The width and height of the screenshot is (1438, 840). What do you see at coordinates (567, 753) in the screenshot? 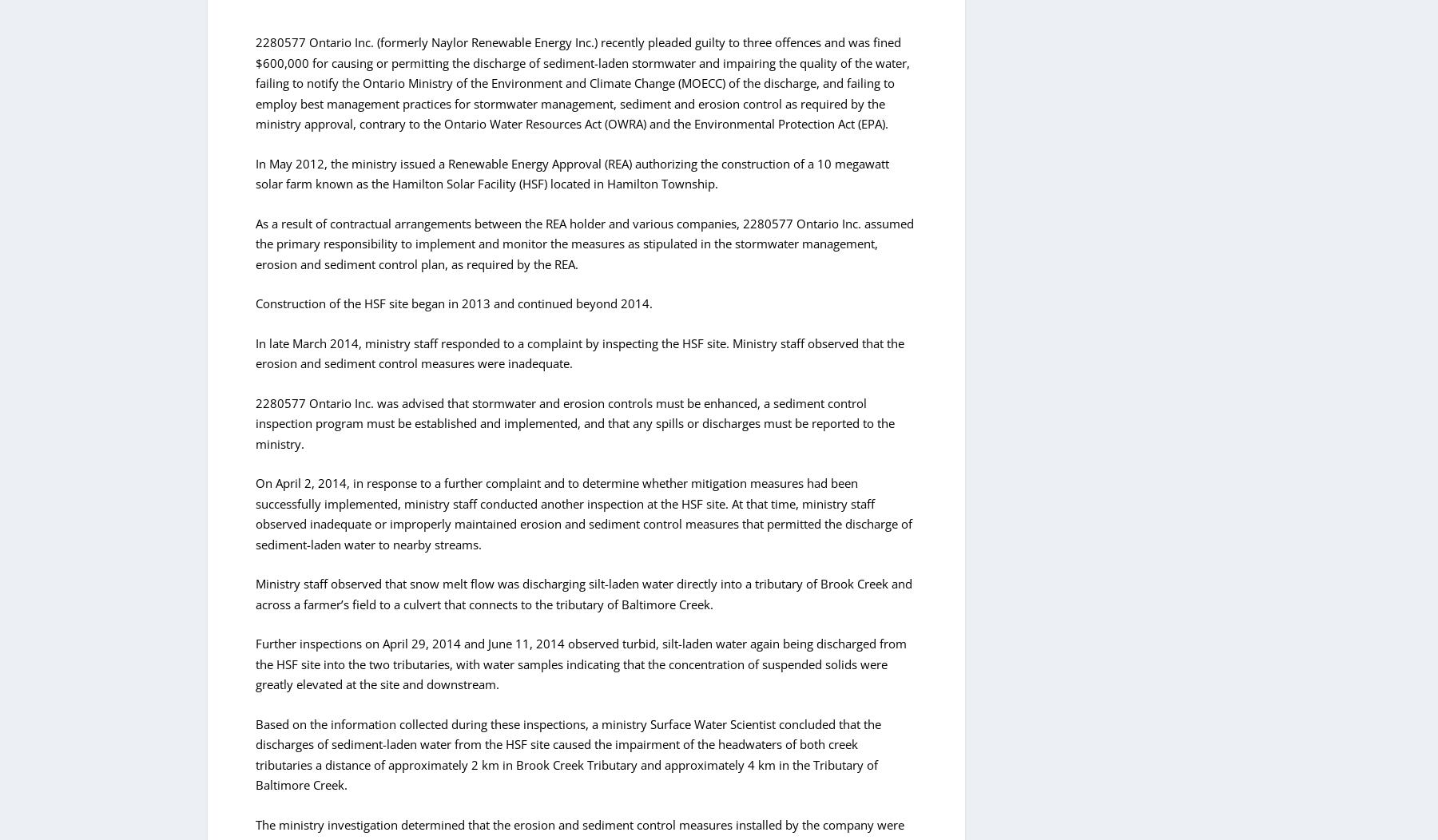
I see `'Based on the information collected during these inspections, a ministry Surface Water Scientist concluded that the discharges of sediment-laden water from the HSF site caused the impairment of the headwaters of both creek tributaries a distance of approximately 2 km in Brook Creek Tributary and approximately 4 km in the Tributary of Baltimore Creek.'` at bounding box center [567, 753].